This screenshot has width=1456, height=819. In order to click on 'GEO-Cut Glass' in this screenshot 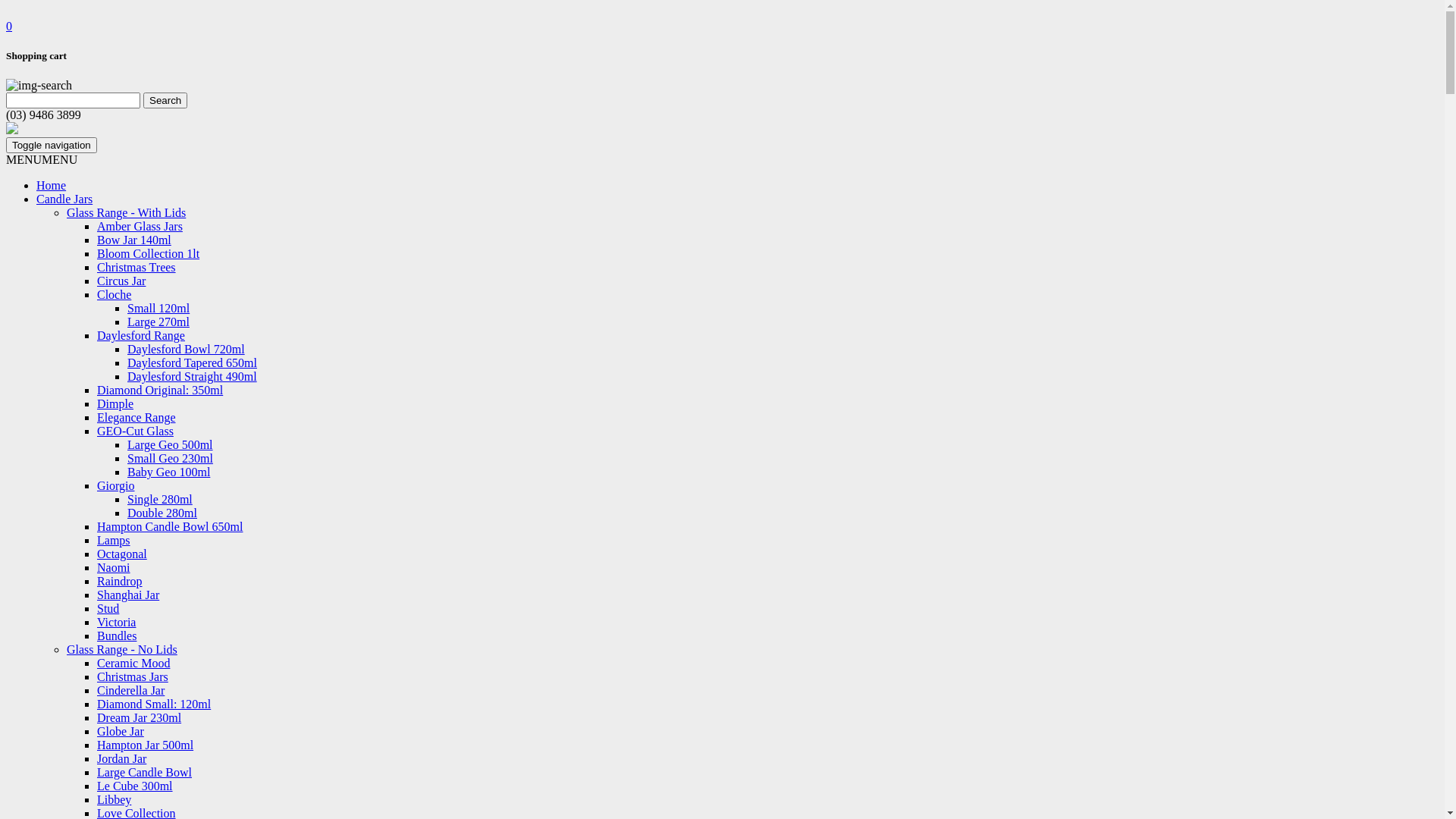, I will do `click(96, 431)`.